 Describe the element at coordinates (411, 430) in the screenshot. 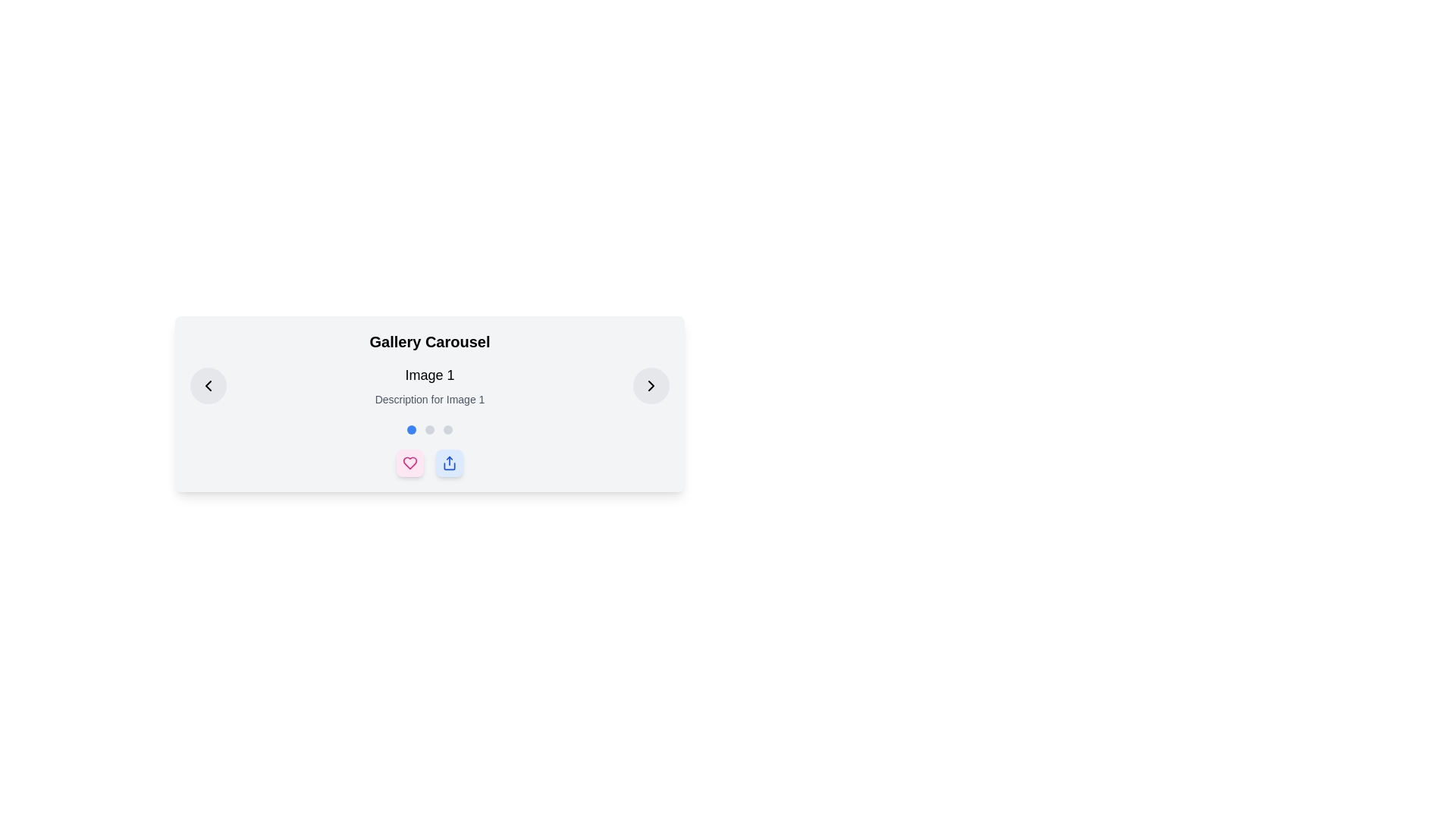

I see `the first circular navigation indicator with a blue fill` at that location.